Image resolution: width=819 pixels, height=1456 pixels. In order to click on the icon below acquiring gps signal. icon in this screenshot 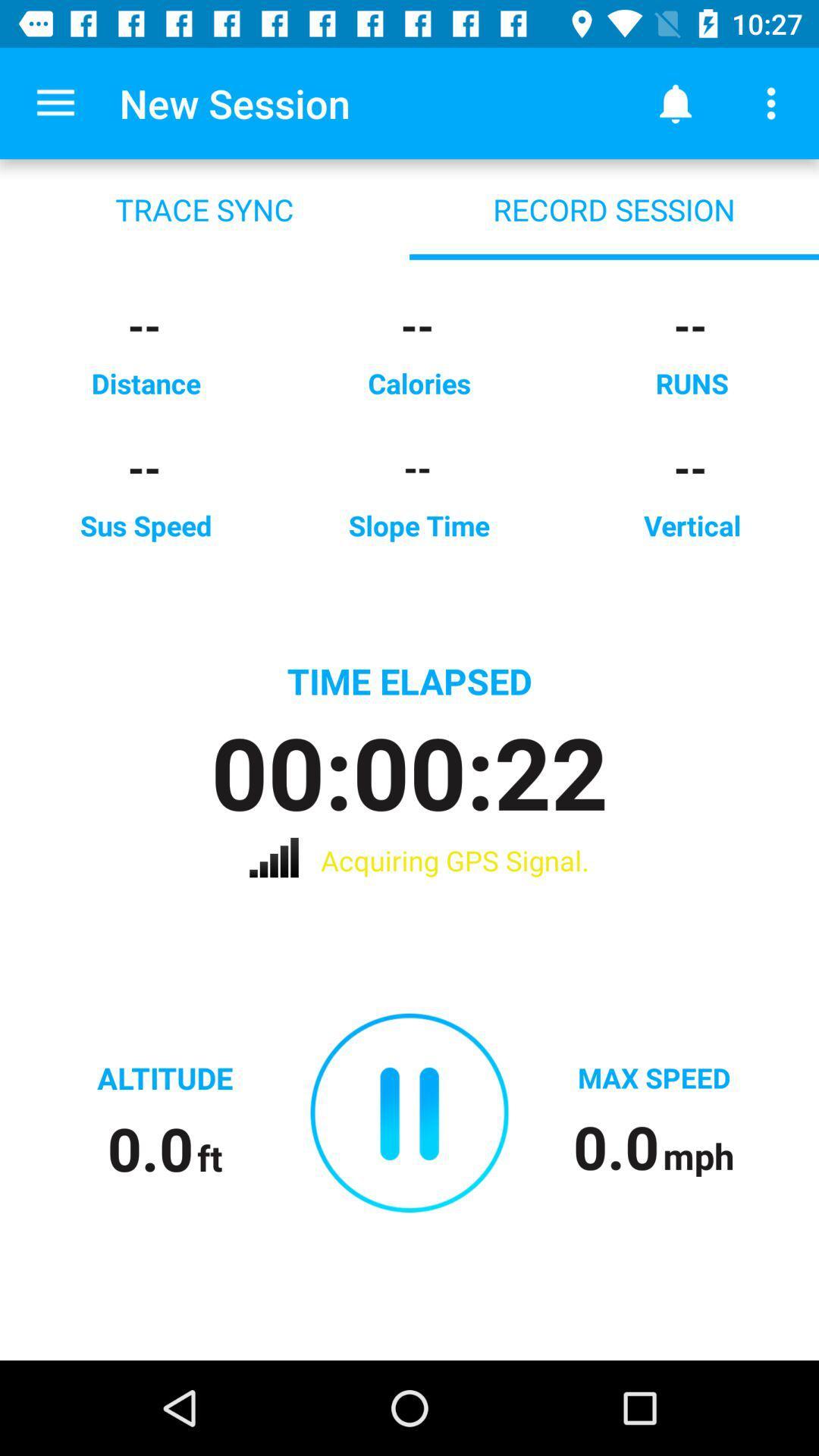, I will do `click(409, 1112)`.